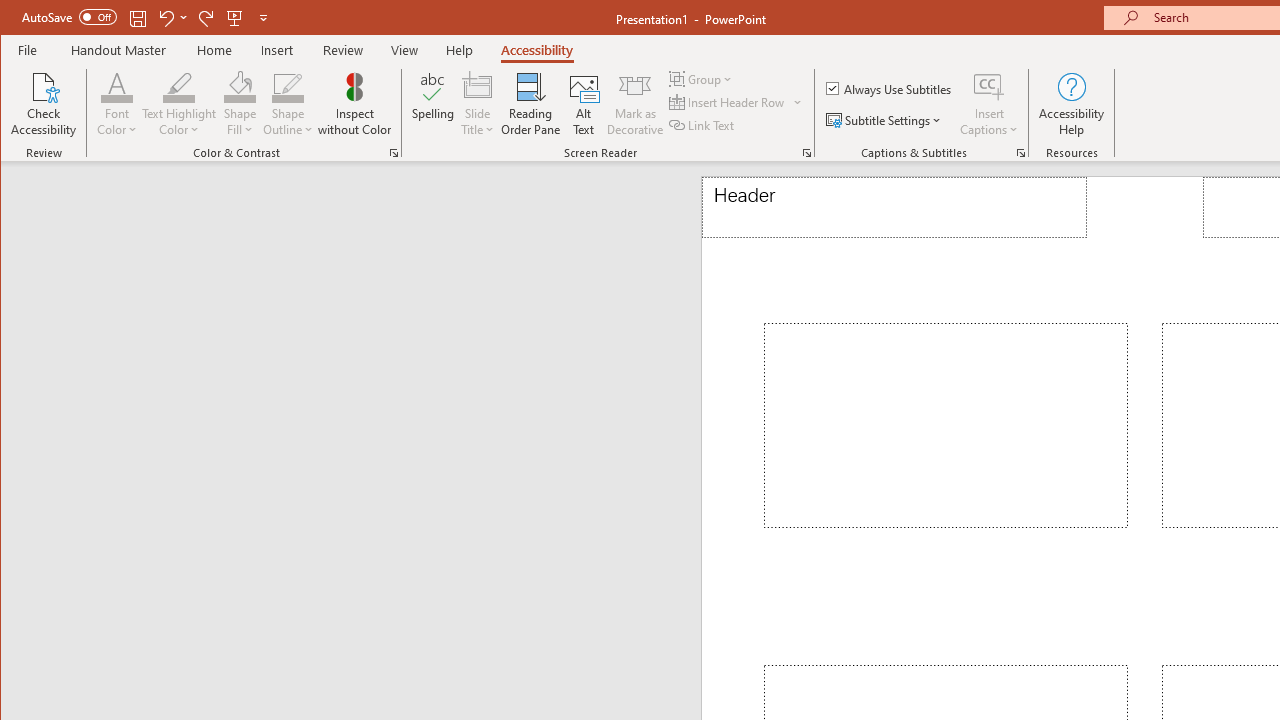  What do you see at coordinates (1071, 104) in the screenshot?
I see `'Accessibility Help'` at bounding box center [1071, 104].